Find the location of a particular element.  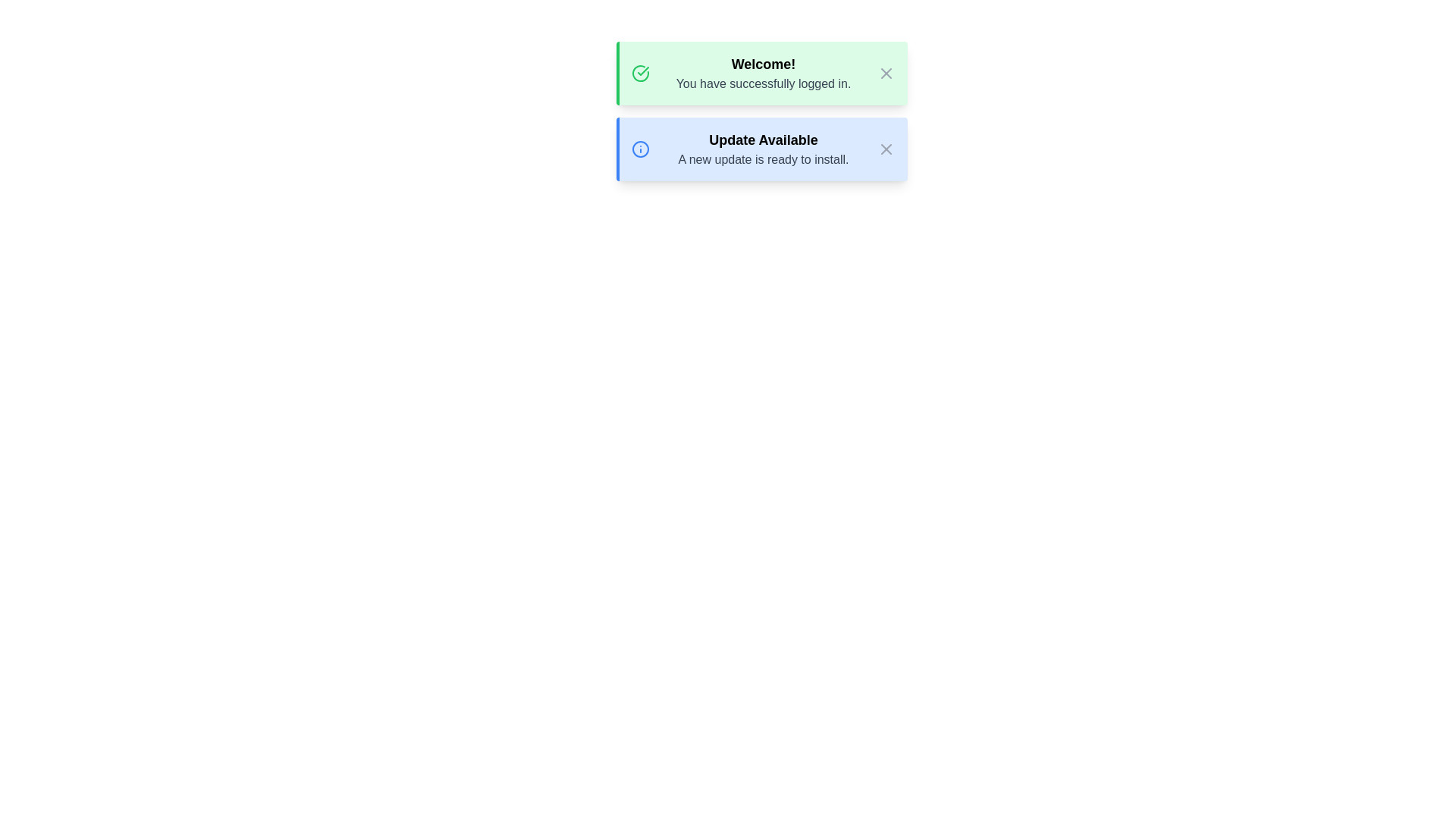

the 'X' icon located on the right side of the green notification box with the message 'Welcome! You have successfully logged in.' is located at coordinates (886, 73).